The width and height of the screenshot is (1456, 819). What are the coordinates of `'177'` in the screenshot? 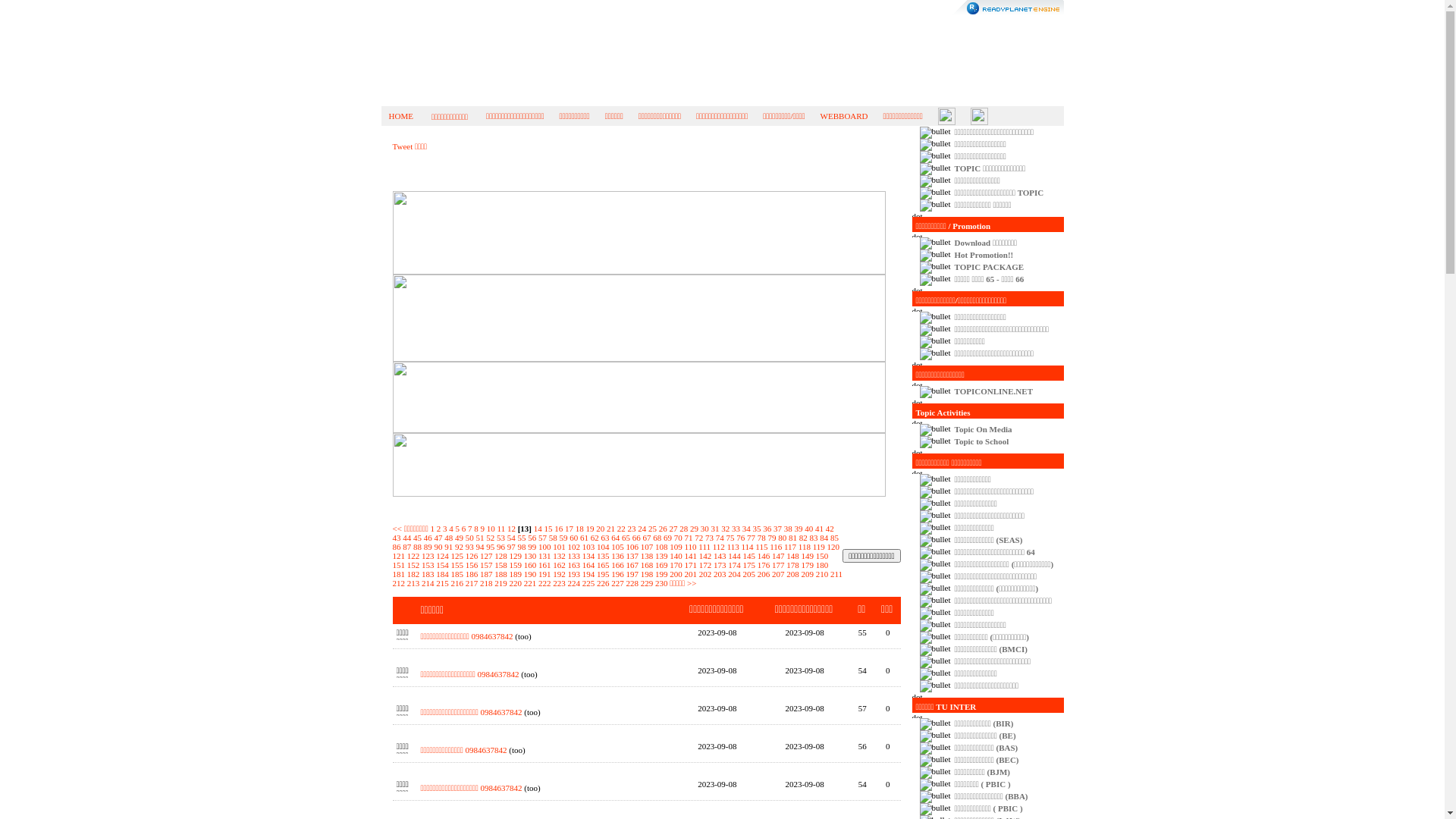 It's located at (778, 564).